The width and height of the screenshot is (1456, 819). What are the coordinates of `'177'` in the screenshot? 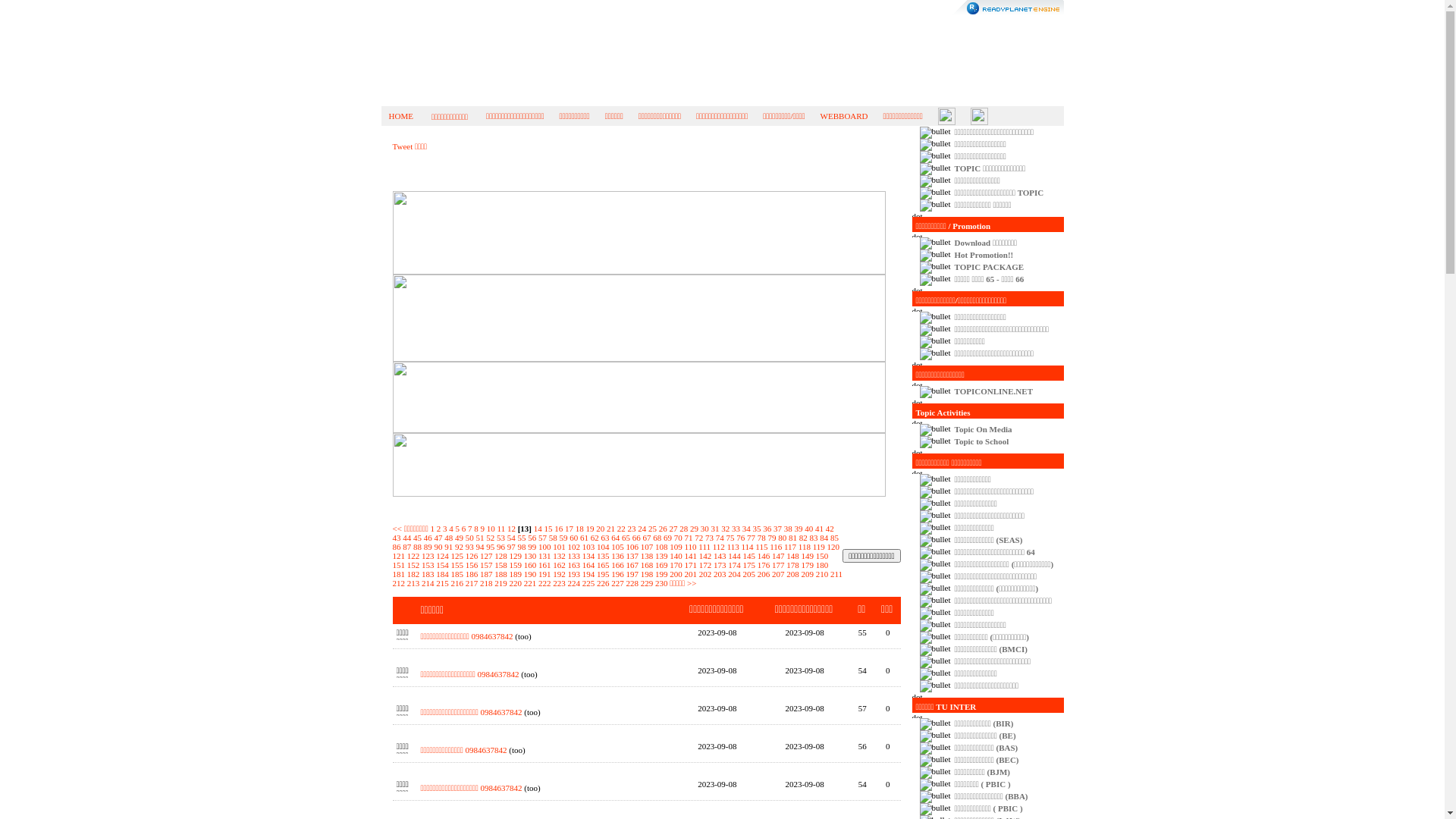 It's located at (778, 564).